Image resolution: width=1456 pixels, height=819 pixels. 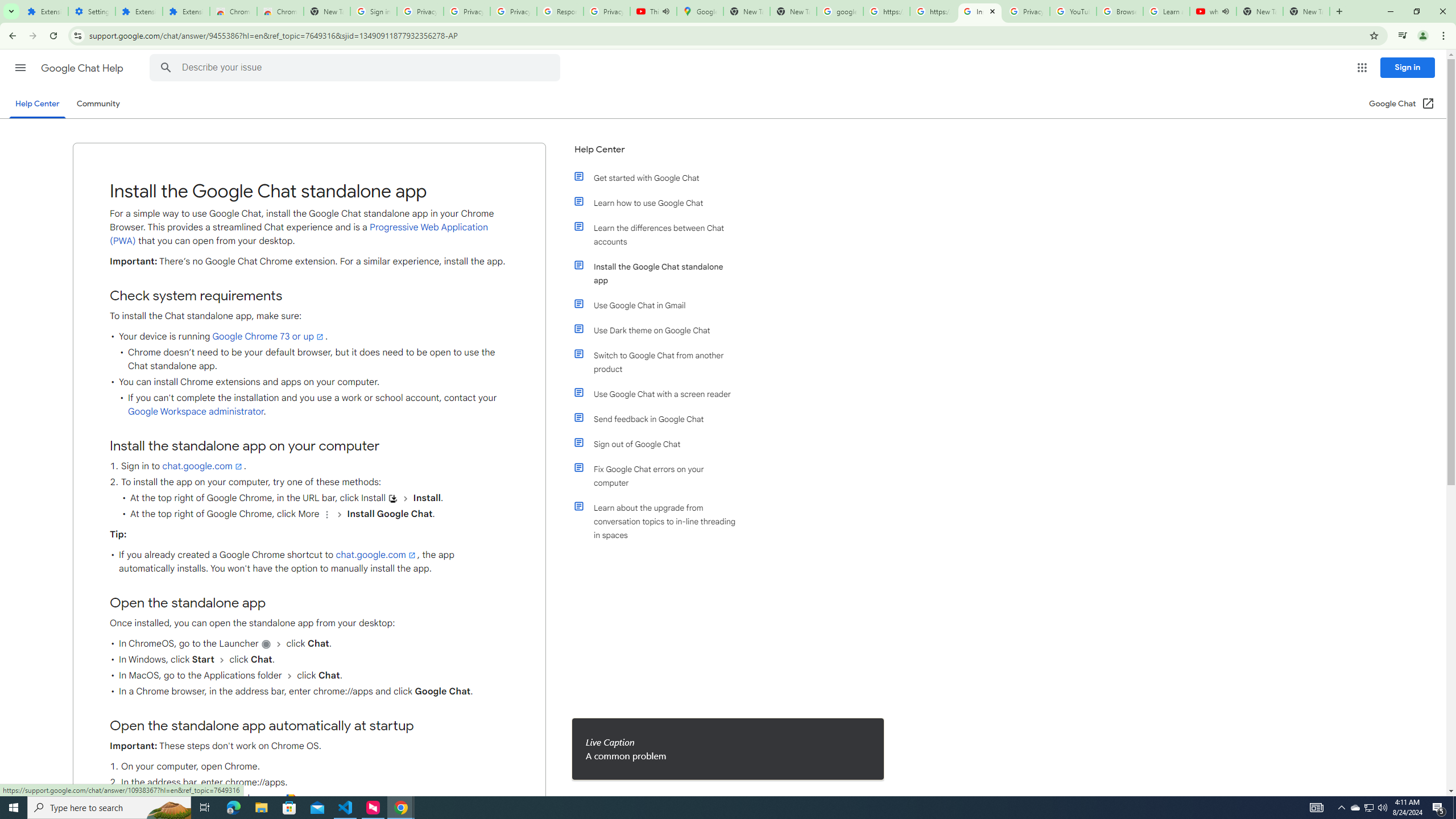 What do you see at coordinates (661, 394) in the screenshot?
I see `'Use Google Chat with a screen reader'` at bounding box center [661, 394].